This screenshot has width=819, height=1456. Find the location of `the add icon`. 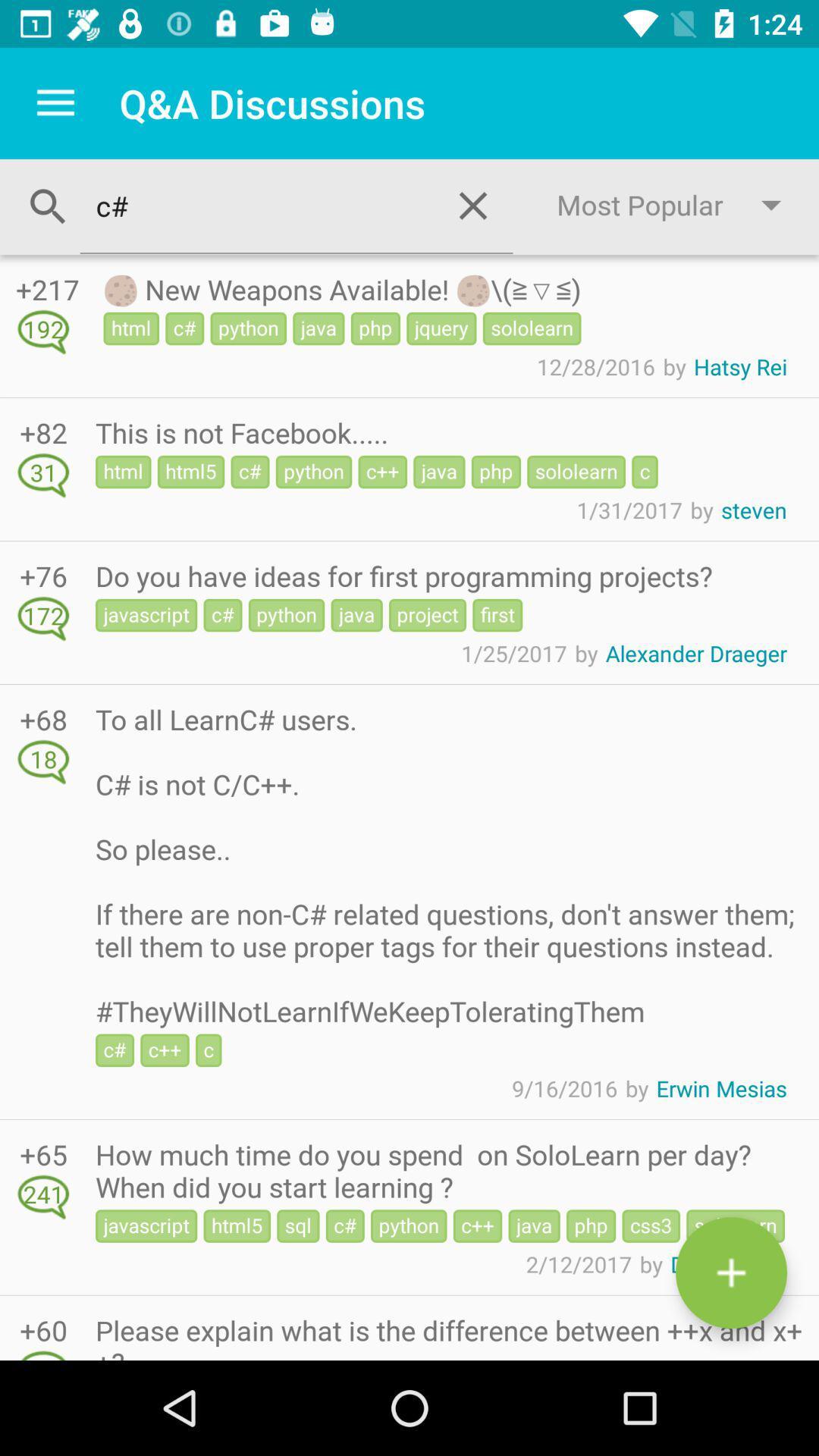

the add icon is located at coordinates (730, 1272).